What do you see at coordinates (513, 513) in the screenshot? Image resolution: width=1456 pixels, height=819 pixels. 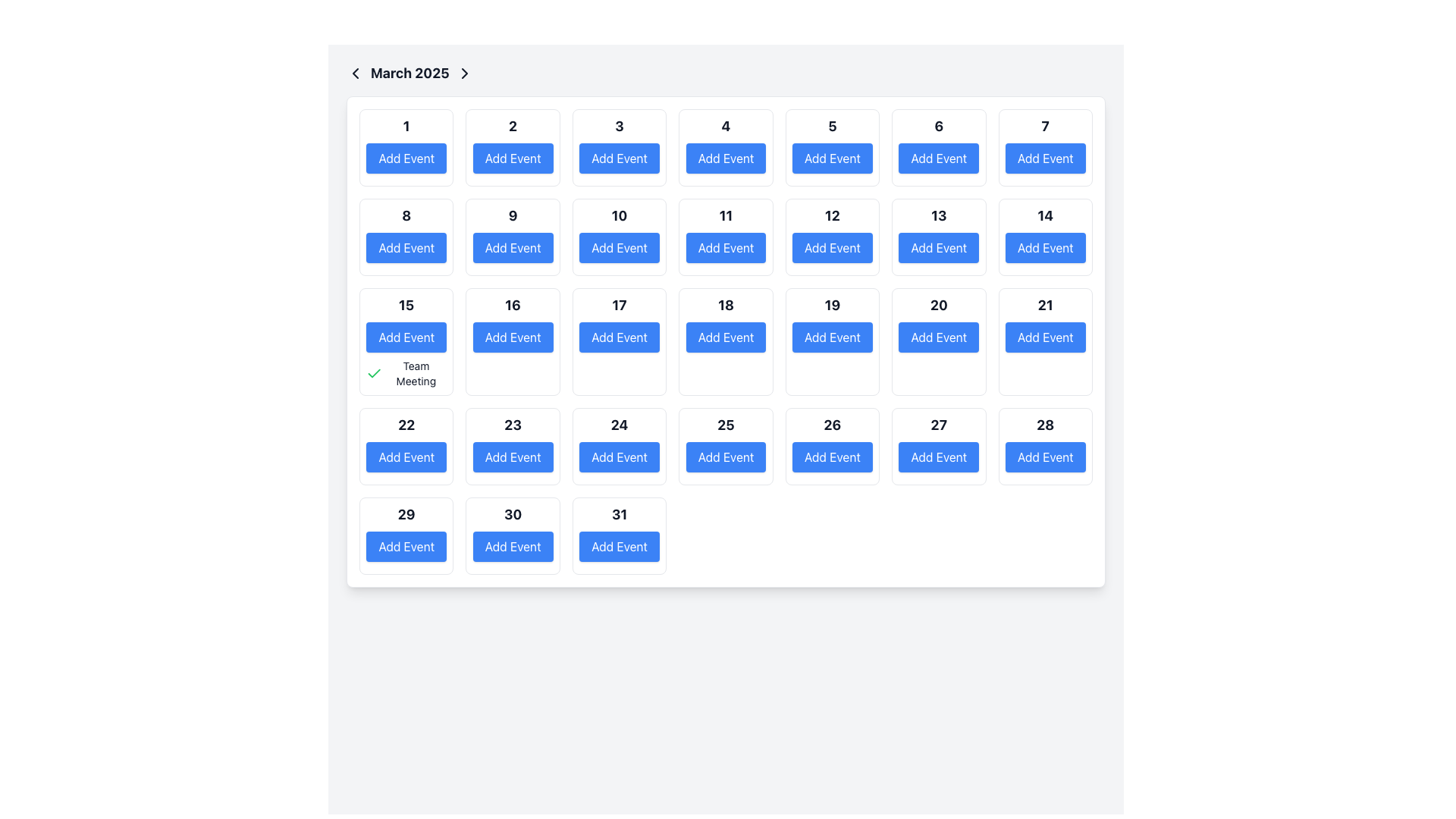 I see `the bold, large-sized text displaying the numeral '30' which is positioned at the top of a calendar-style date box` at bounding box center [513, 513].